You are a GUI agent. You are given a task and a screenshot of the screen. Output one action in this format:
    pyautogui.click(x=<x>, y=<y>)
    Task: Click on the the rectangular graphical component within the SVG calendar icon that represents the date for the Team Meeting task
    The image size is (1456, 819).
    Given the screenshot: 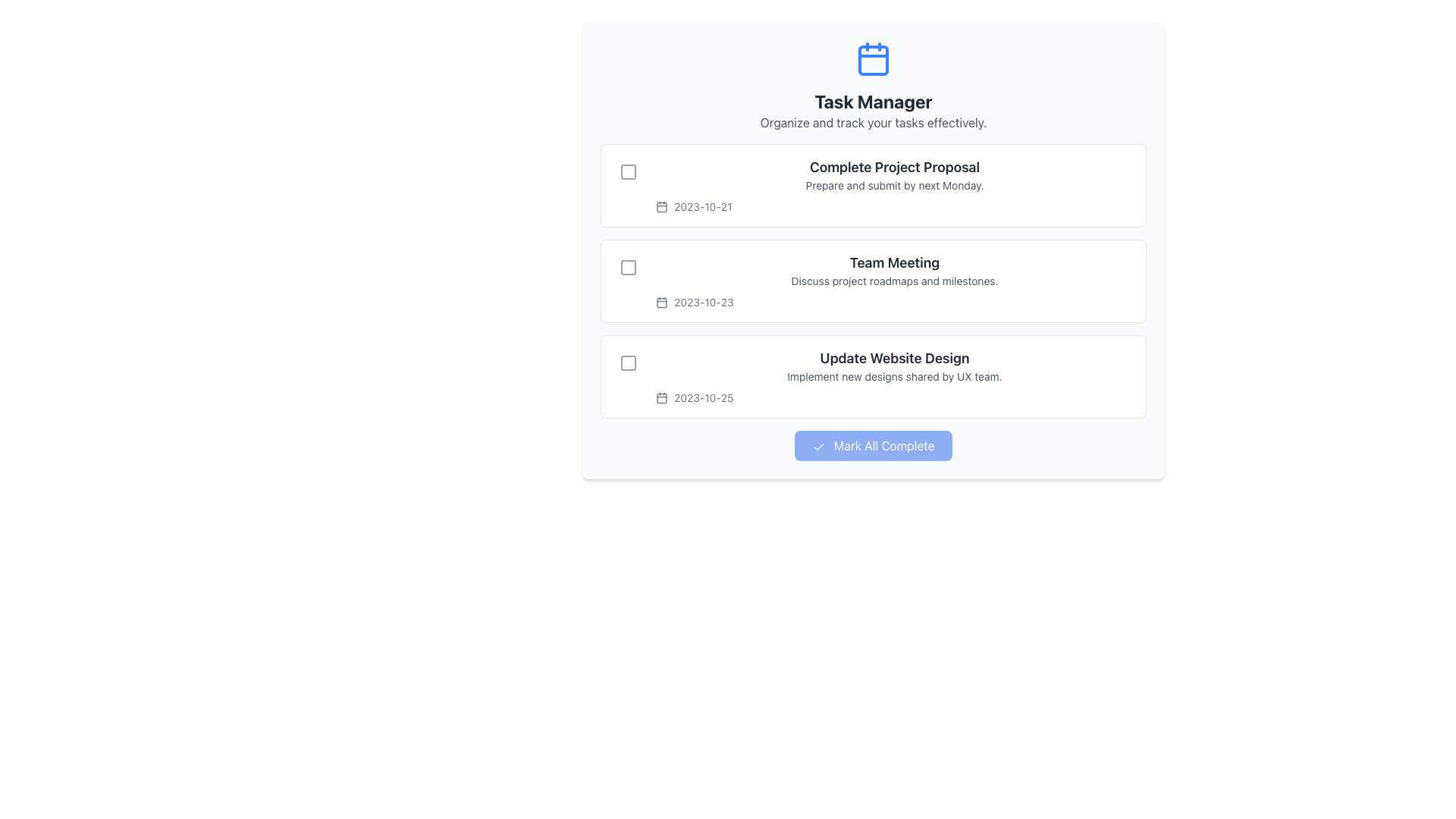 What is the action you would take?
    pyautogui.click(x=662, y=302)
    